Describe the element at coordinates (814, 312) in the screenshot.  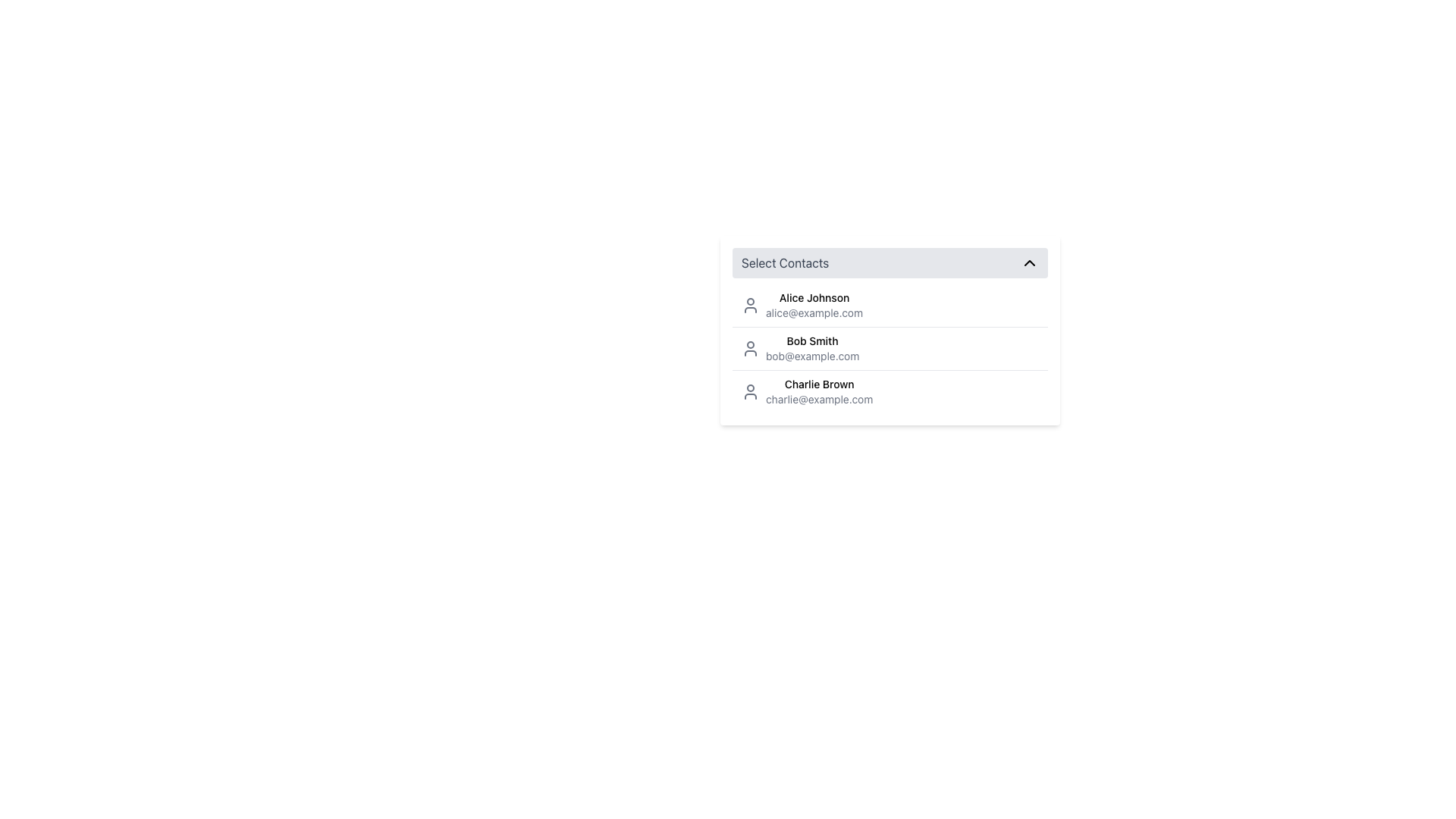
I see `the text label that provides the contact email information for 'Alice Johnson', which is located below the name in the contact list` at that location.